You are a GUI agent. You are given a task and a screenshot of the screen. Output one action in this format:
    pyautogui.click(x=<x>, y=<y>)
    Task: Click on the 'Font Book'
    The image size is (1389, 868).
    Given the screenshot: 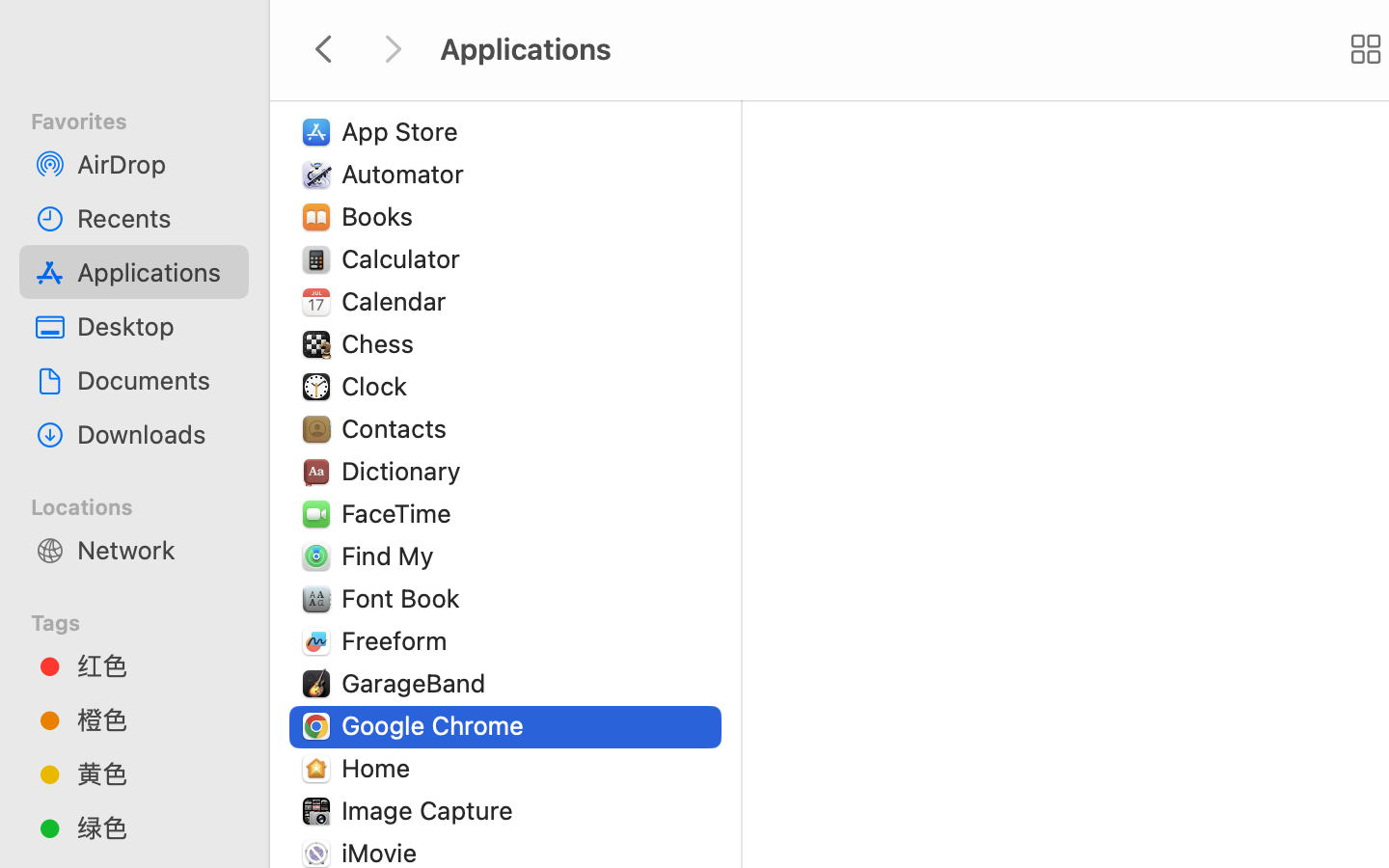 What is the action you would take?
    pyautogui.click(x=404, y=598)
    